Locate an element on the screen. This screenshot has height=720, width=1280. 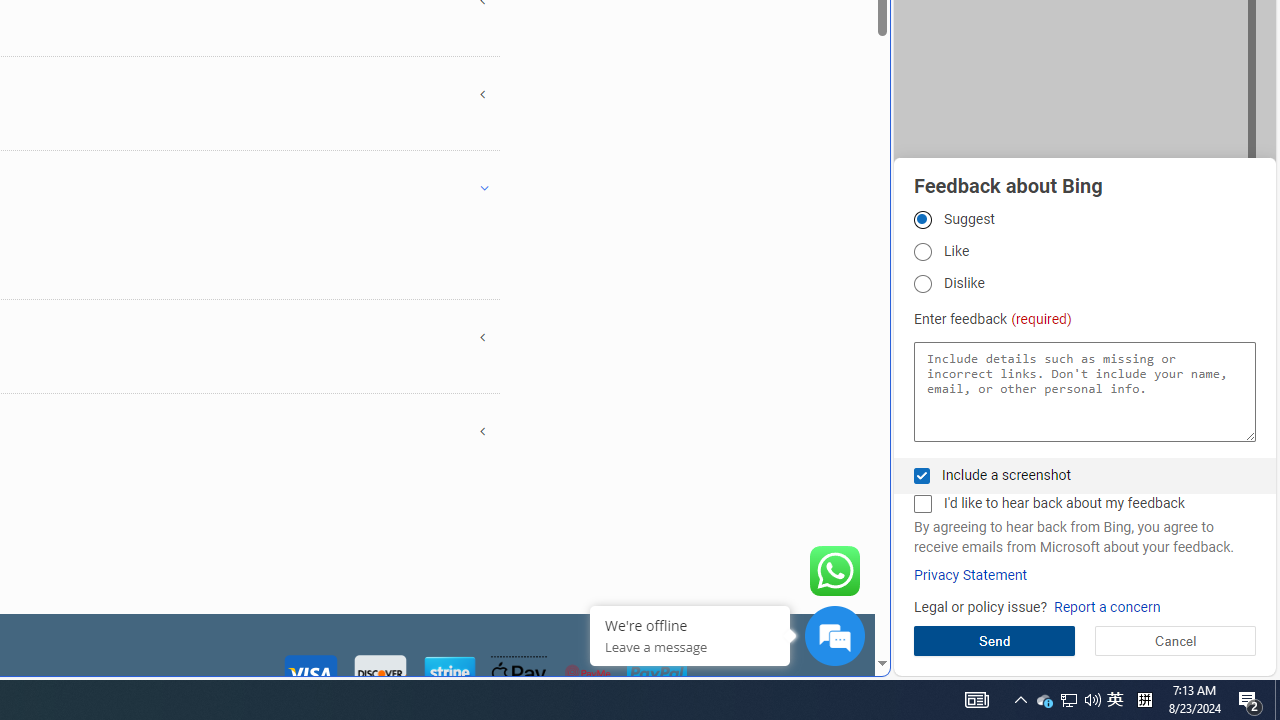
'Like' is located at coordinates (921, 250).